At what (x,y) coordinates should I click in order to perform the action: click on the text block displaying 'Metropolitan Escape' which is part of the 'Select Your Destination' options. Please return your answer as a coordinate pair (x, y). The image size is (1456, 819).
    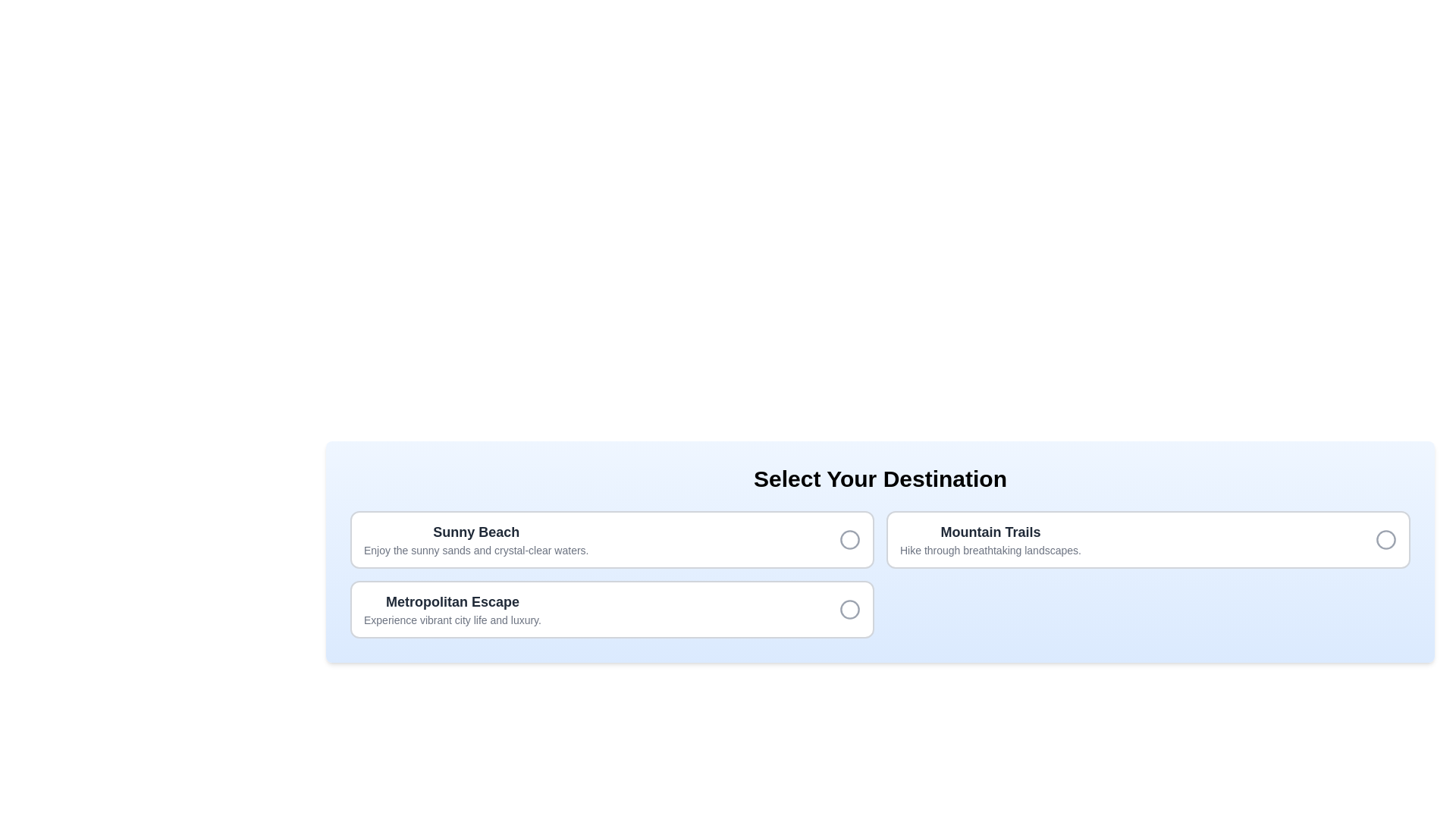
    Looking at the image, I should click on (451, 608).